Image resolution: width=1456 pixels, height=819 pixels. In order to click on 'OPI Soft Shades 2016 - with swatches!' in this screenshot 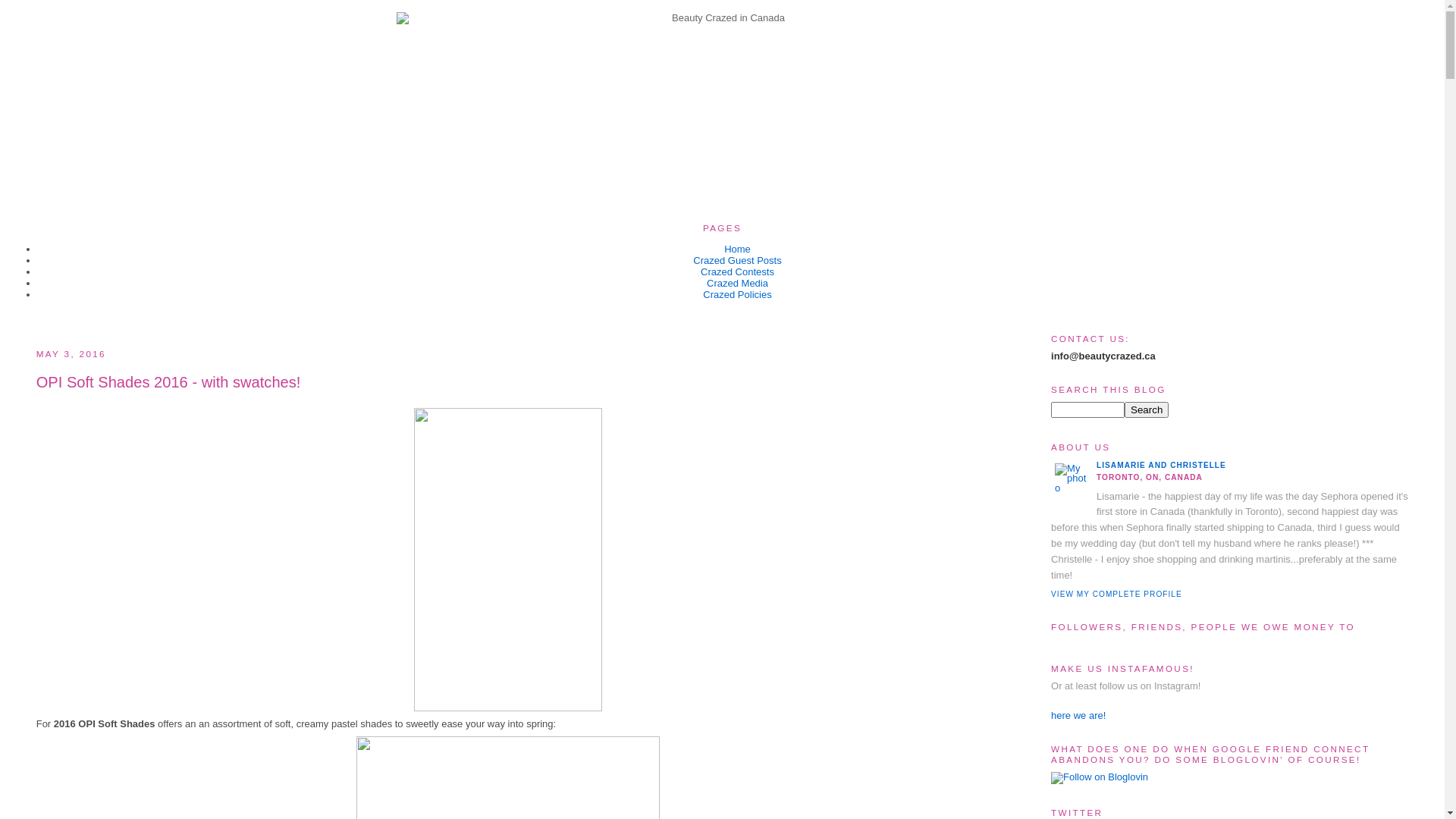, I will do `click(36, 381)`.